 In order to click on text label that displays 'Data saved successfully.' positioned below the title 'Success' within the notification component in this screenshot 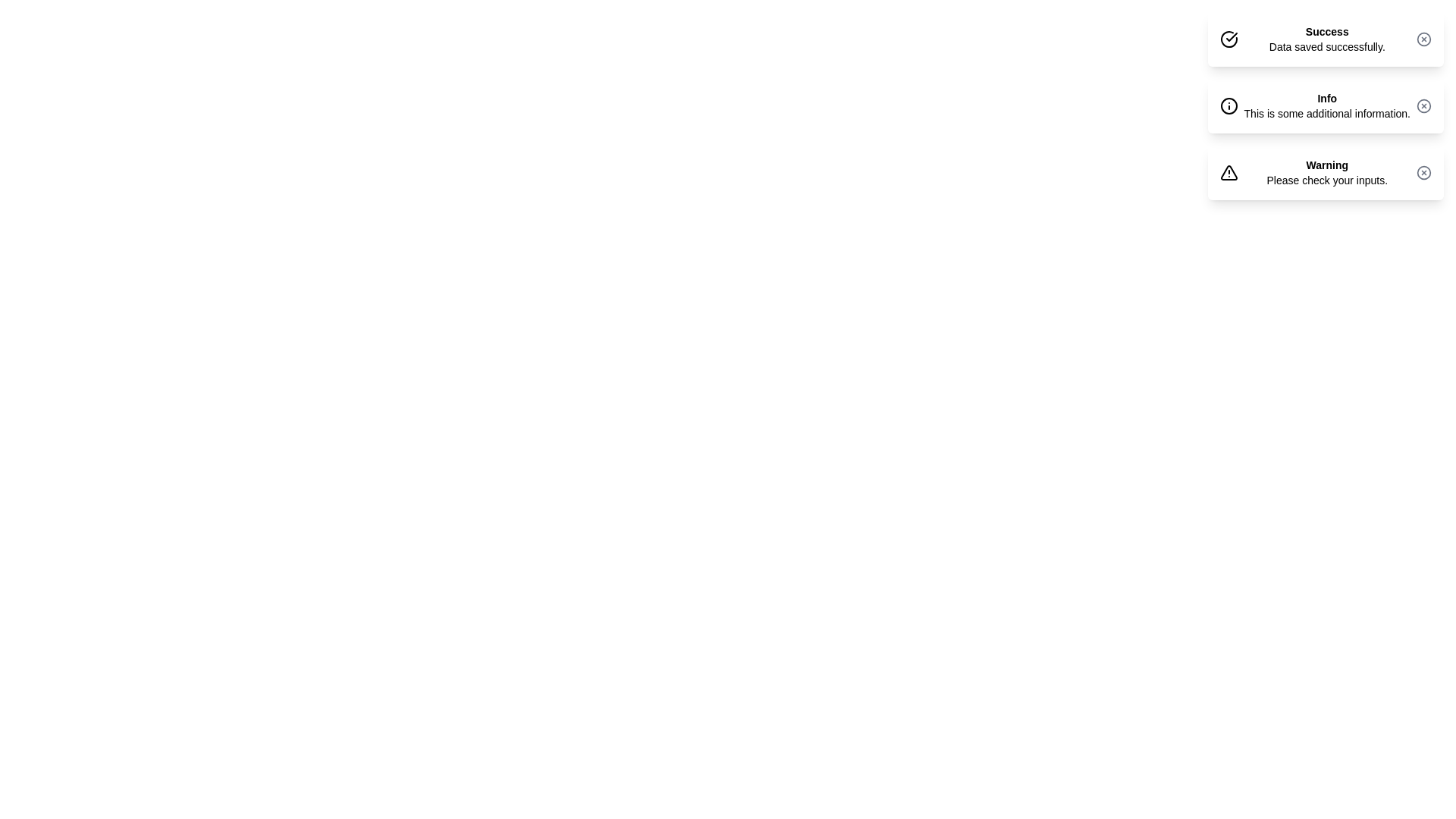, I will do `click(1326, 45)`.